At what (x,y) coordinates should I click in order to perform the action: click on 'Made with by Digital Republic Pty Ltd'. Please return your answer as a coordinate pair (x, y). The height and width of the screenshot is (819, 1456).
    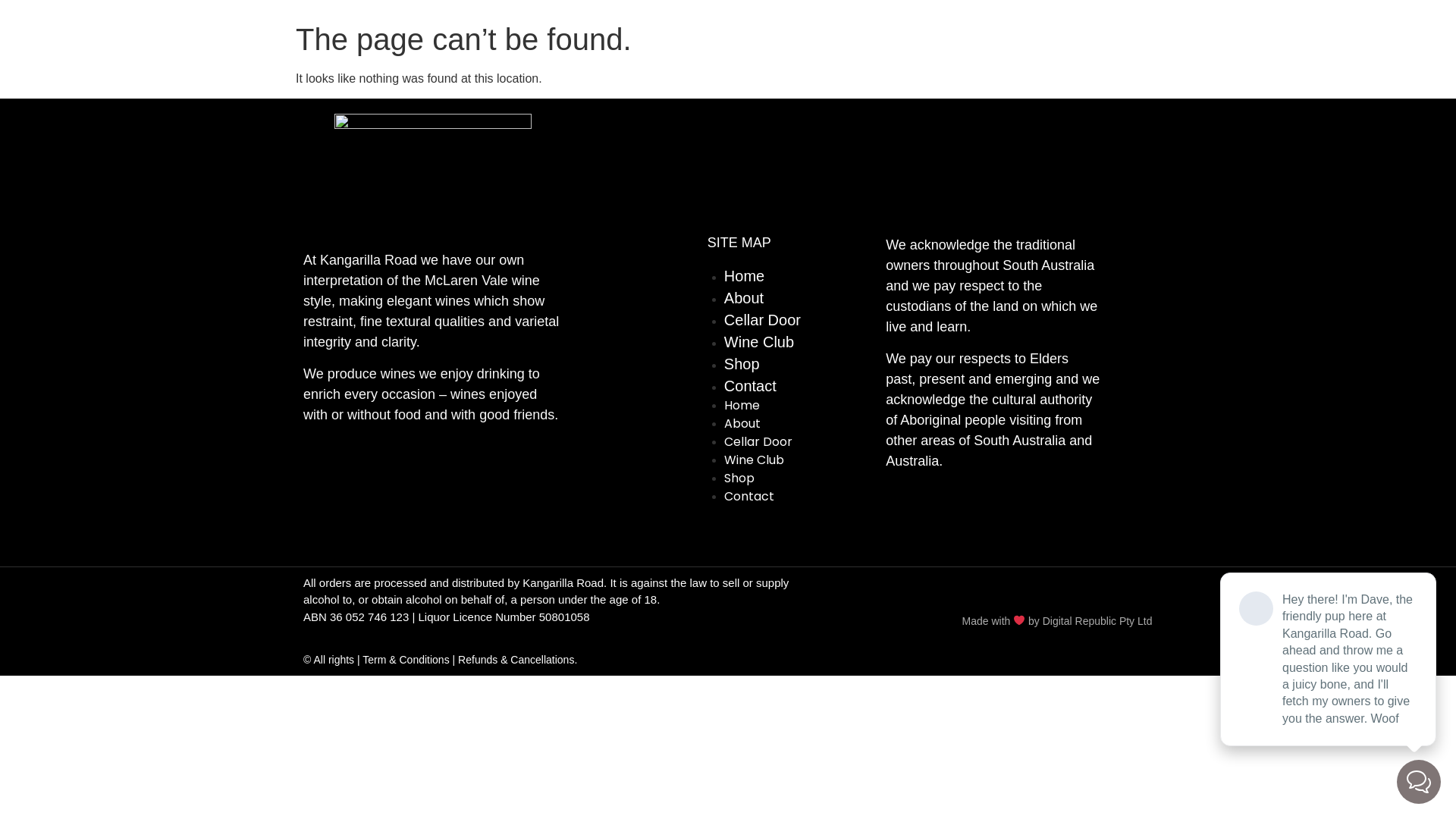
    Looking at the image, I should click on (1056, 620).